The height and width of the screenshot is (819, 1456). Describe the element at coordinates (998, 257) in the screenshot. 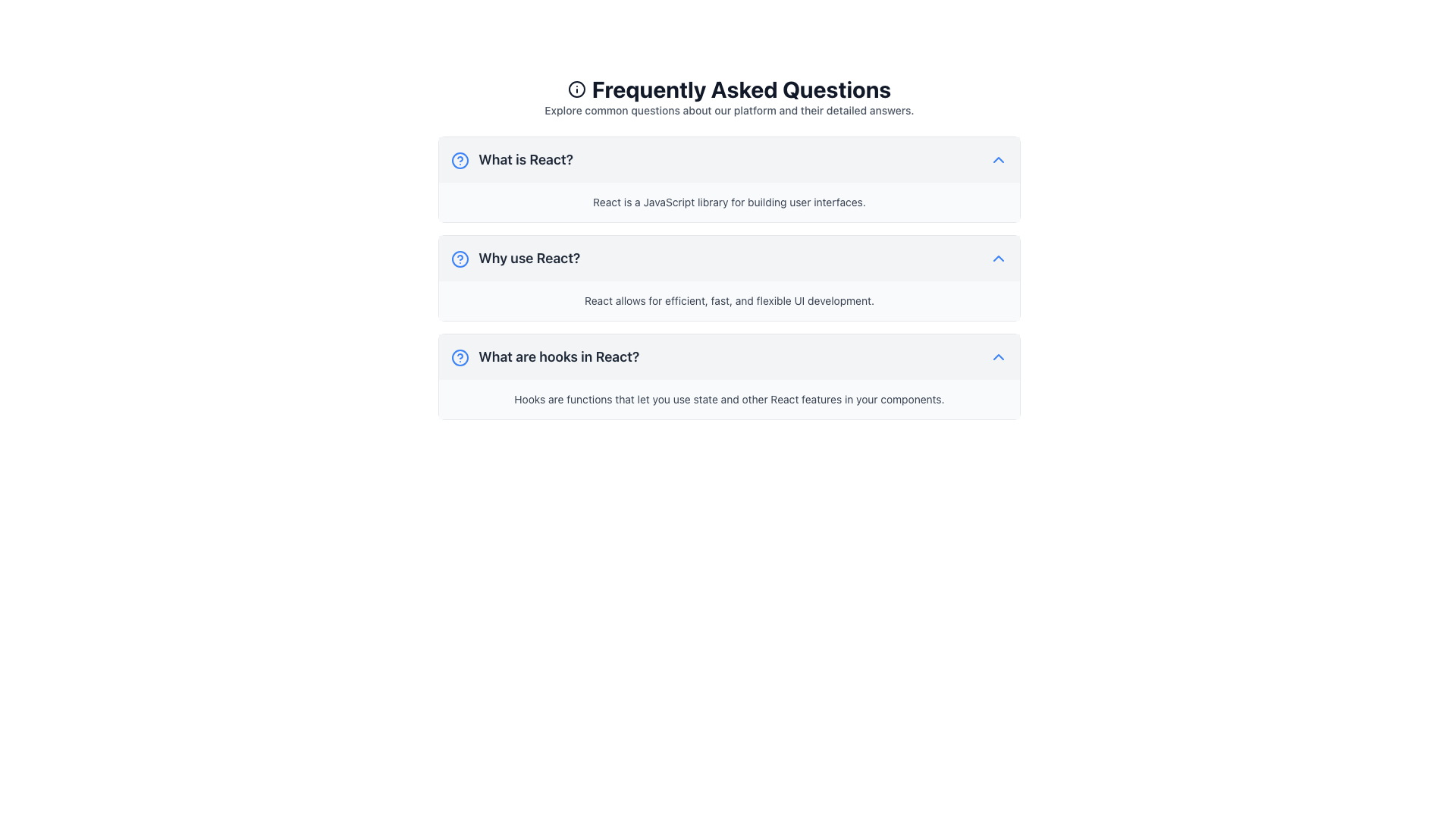

I see `the chevron icon on the rightmost section of the 'Why use React?' panel` at that location.